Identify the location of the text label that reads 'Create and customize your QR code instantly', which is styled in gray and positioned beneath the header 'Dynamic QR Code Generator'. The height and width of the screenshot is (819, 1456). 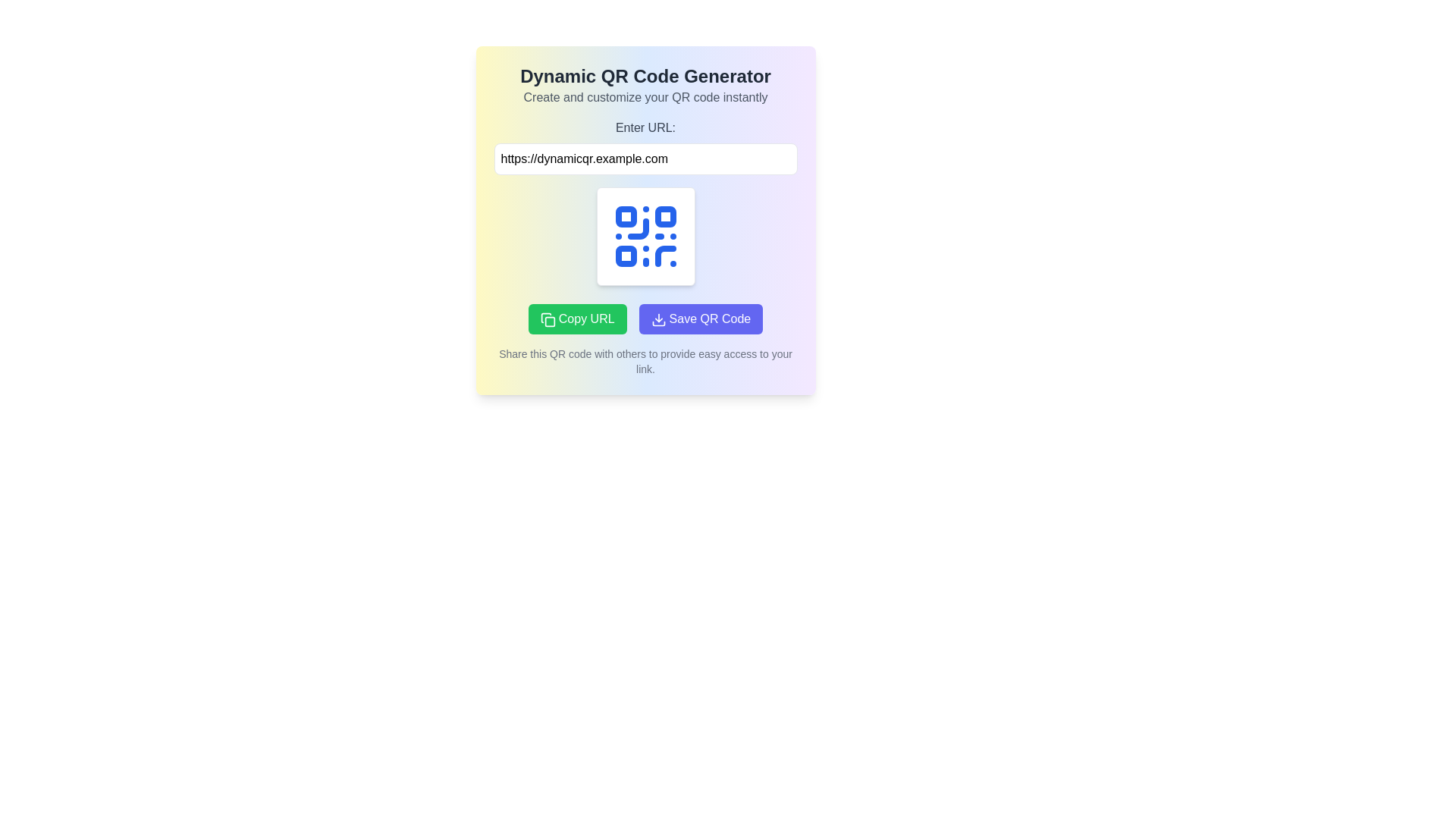
(645, 97).